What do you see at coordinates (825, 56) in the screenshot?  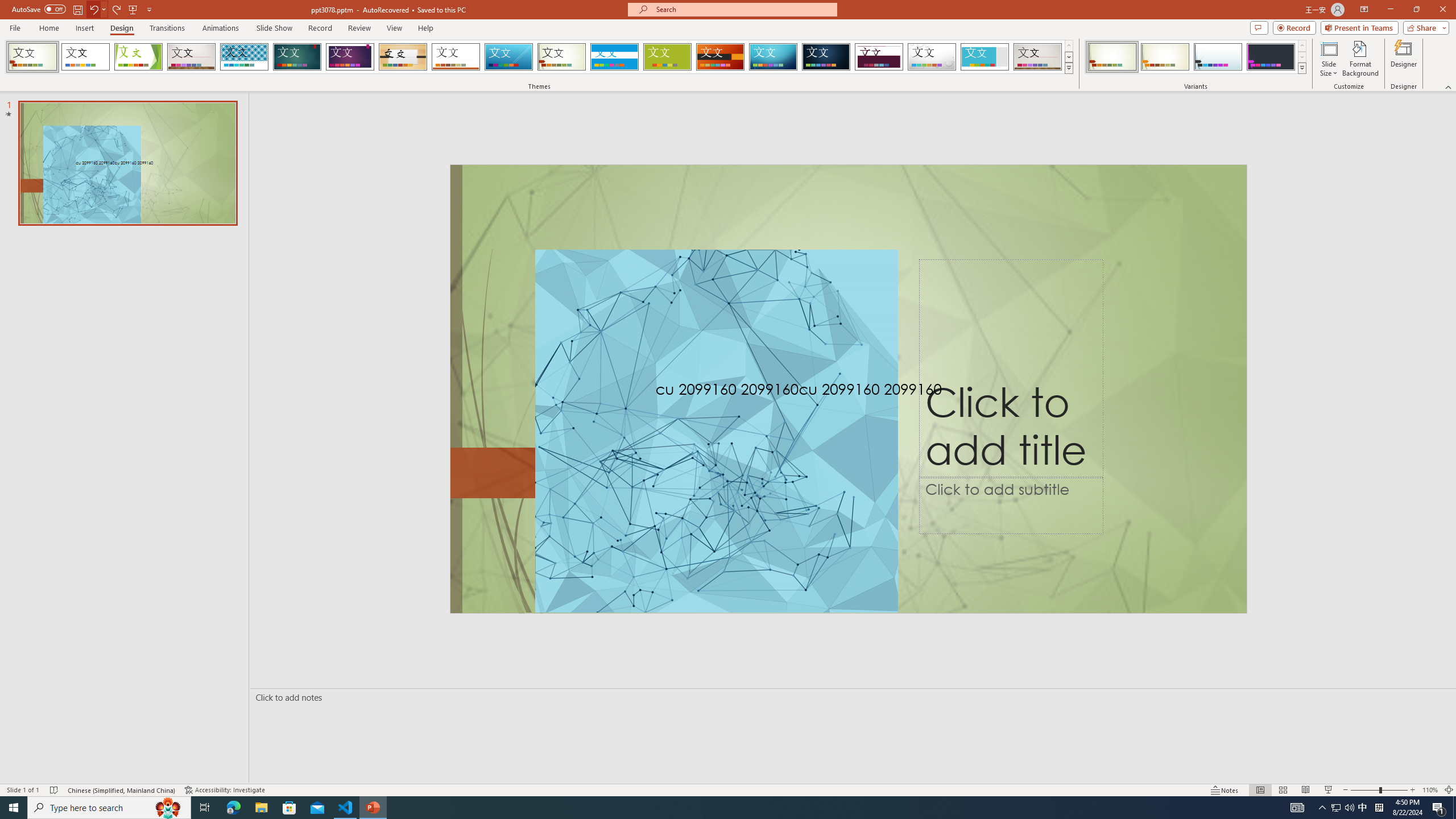 I see `'Damask'` at bounding box center [825, 56].